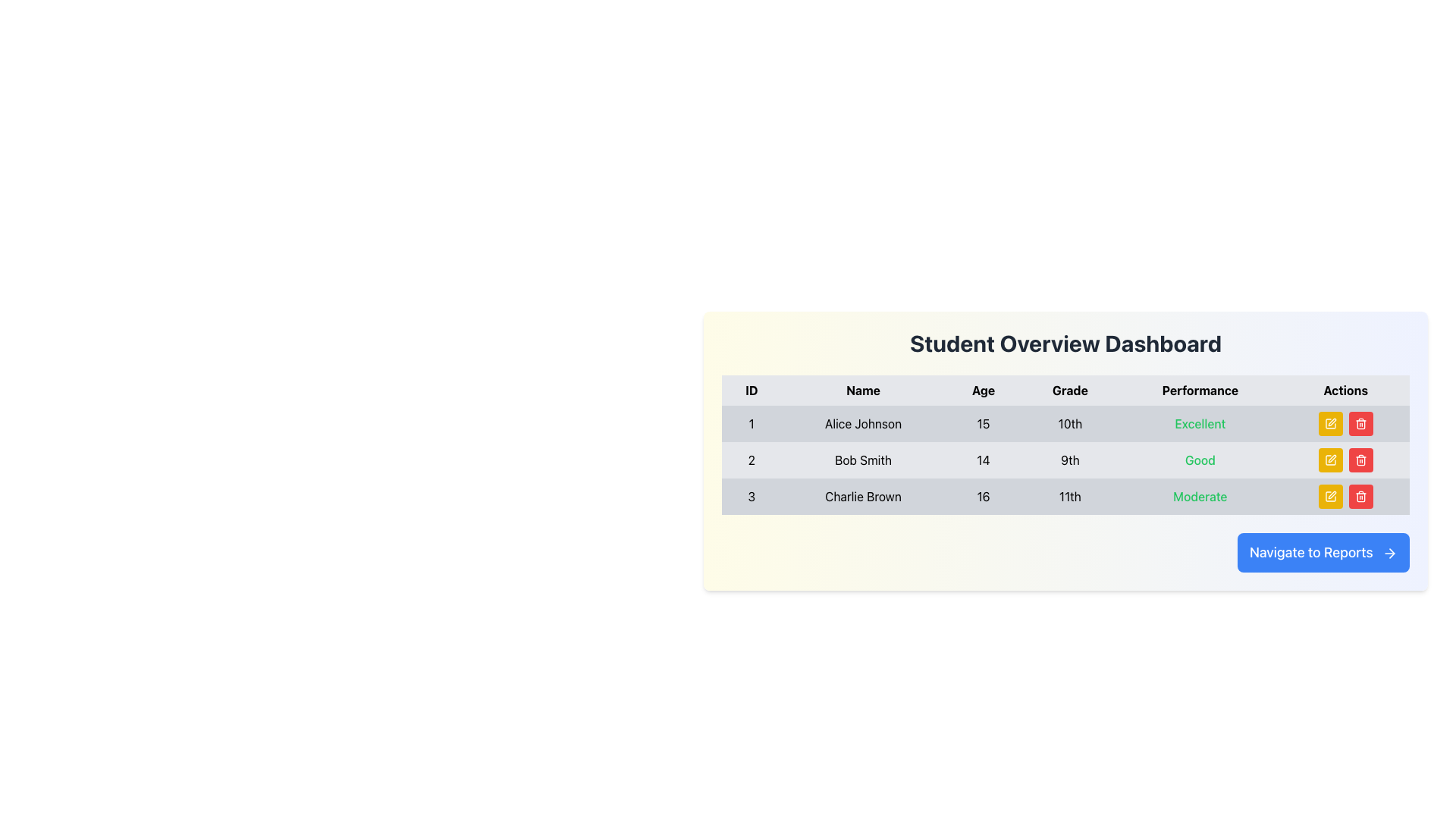 This screenshot has width=1456, height=819. Describe the element at coordinates (1329, 497) in the screenshot. I see `the edit icon button with a yellow background and a pen symbol in the 'Actions' column of the third row in the 'Student Overview Dashboard' table` at that location.